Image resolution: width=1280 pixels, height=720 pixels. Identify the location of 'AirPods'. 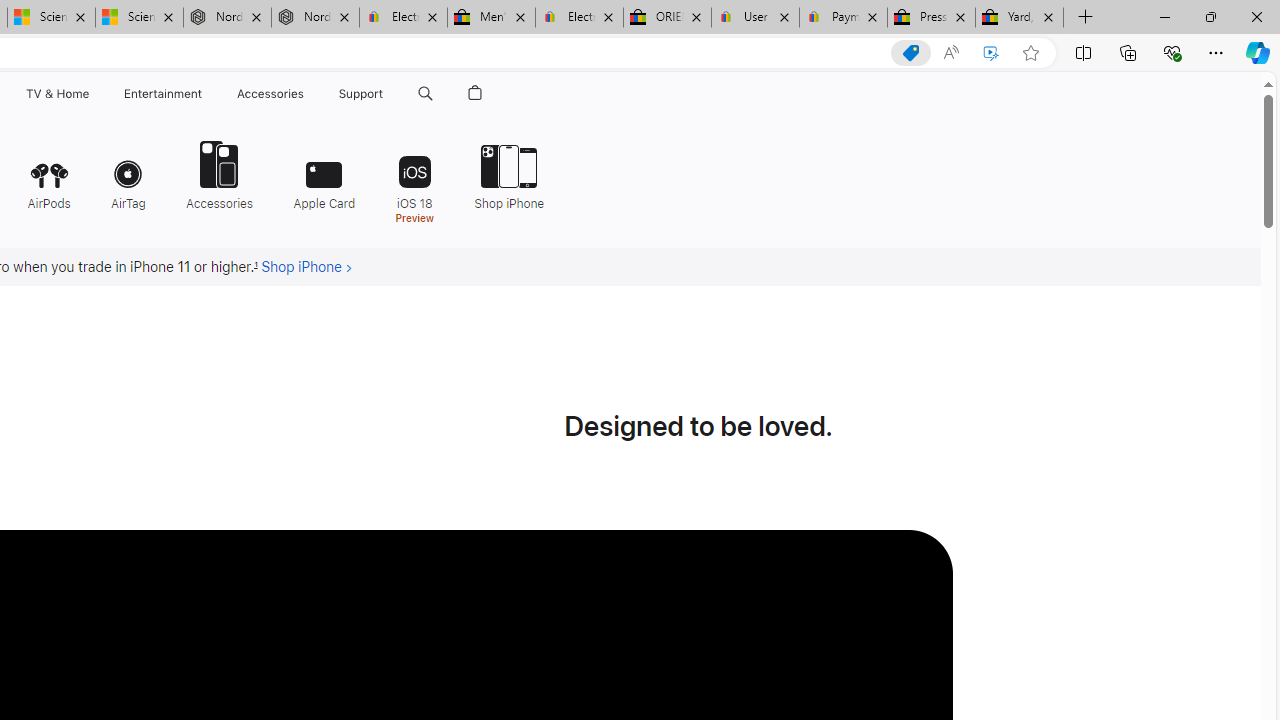
(48, 172).